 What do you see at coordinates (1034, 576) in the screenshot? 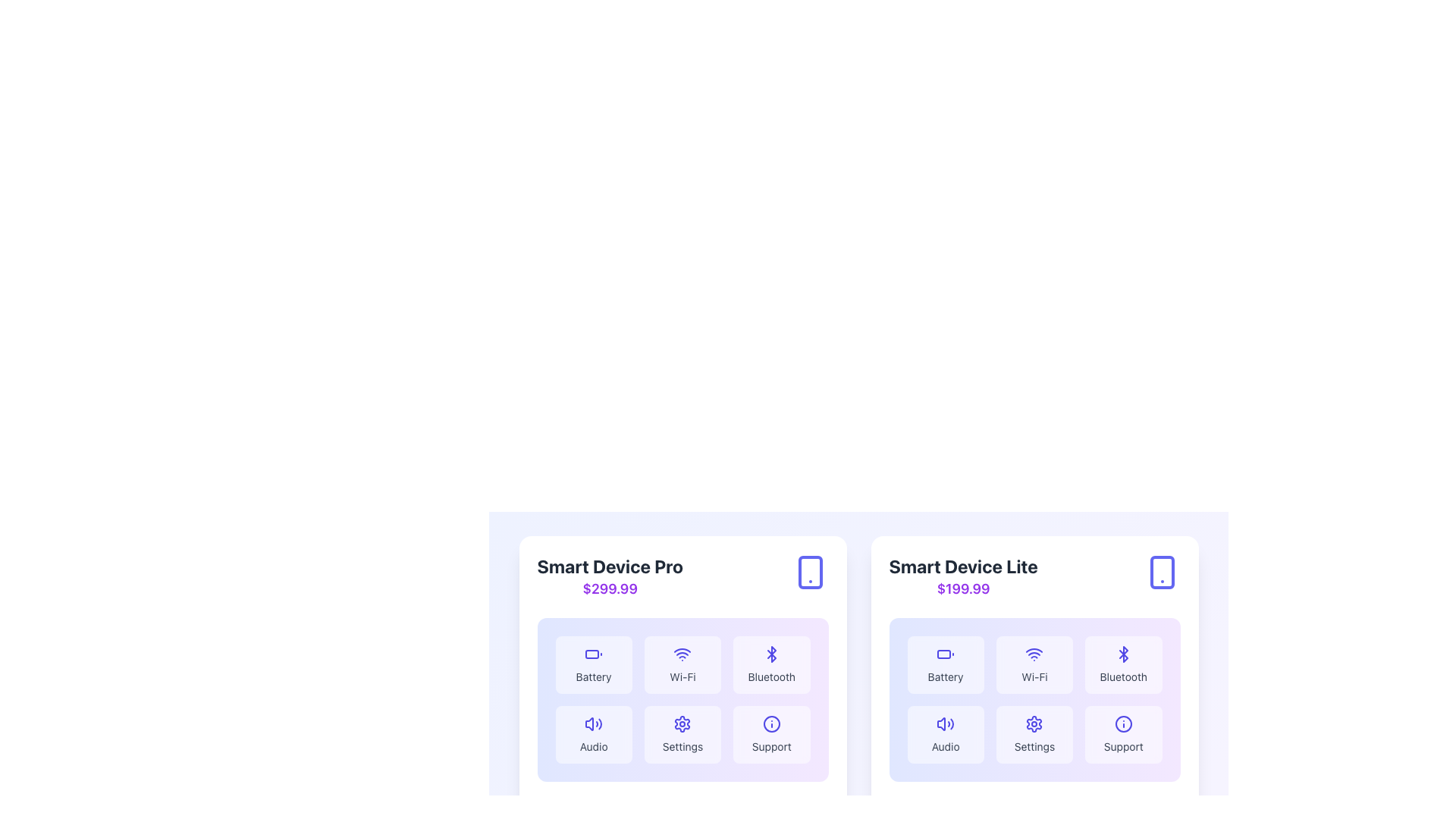
I see `text block displaying the product name 'Smart Device Lite' and its price '$199.99', which is located at the top of the product card, to obtain item information` at bounding box center [1034, 576].